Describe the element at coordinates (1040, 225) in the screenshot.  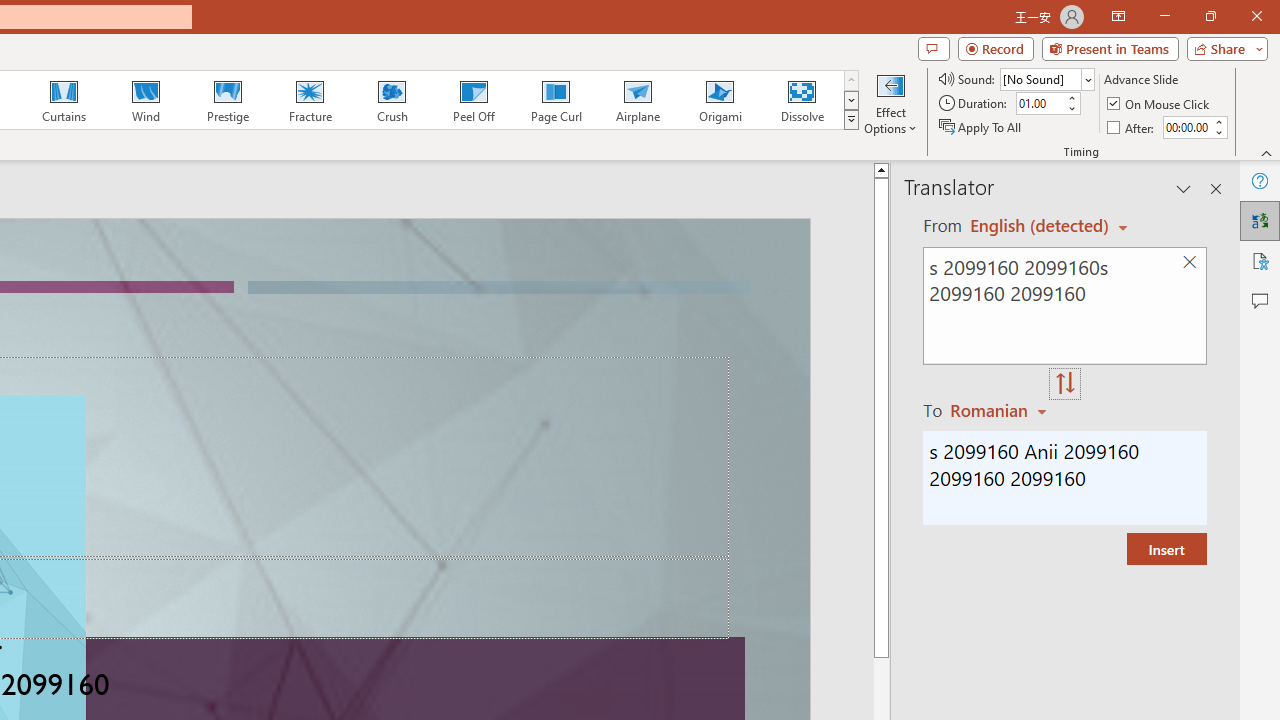
I see `'Czech (detected)'` at that location.